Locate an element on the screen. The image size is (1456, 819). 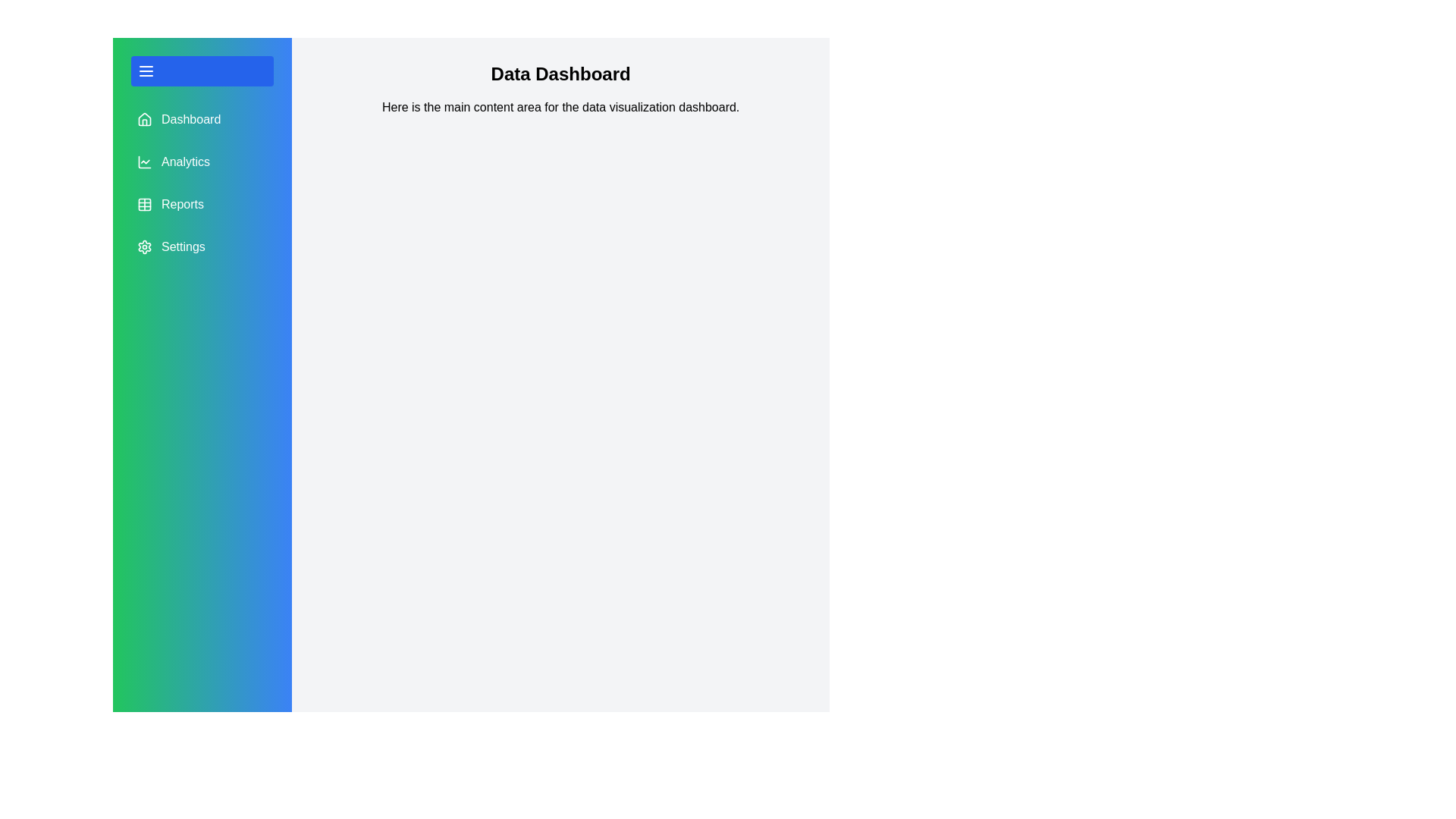
the menu item Dashboard in the side drawer is located at coordinates (202, 119).